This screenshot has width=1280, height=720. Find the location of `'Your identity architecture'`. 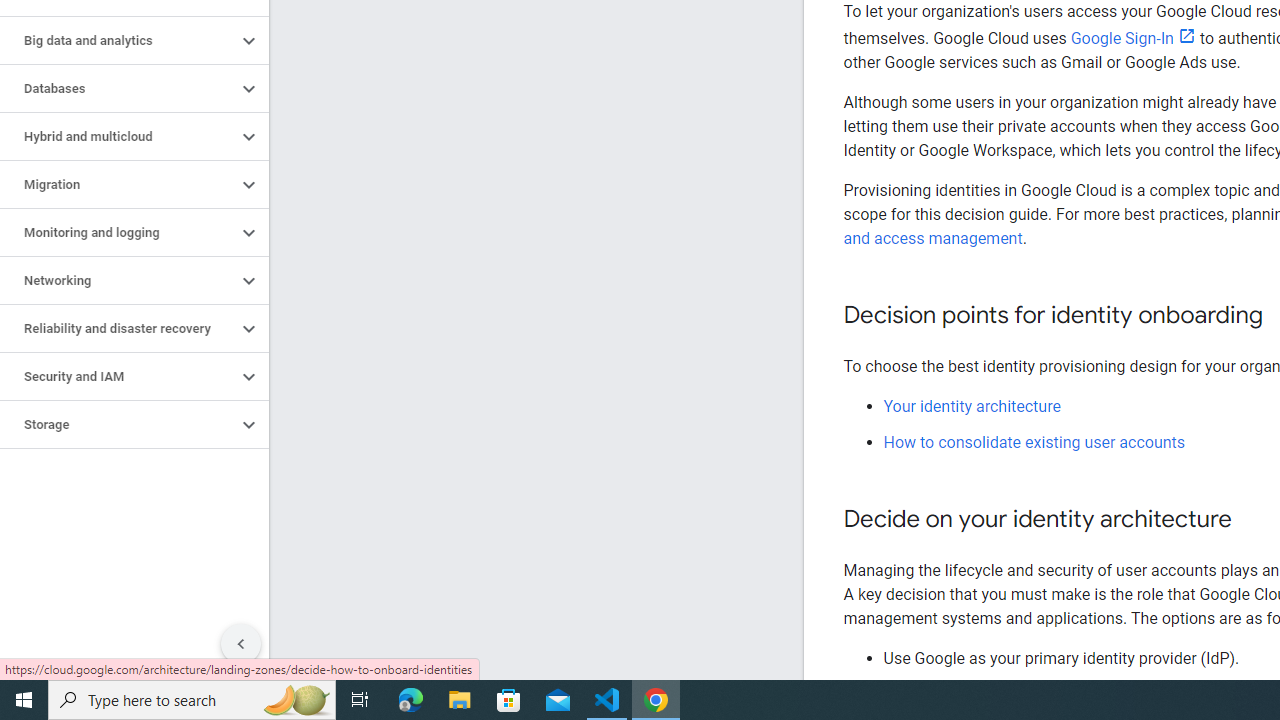

'Your identity architecture' is located at coordinates (972, 405).